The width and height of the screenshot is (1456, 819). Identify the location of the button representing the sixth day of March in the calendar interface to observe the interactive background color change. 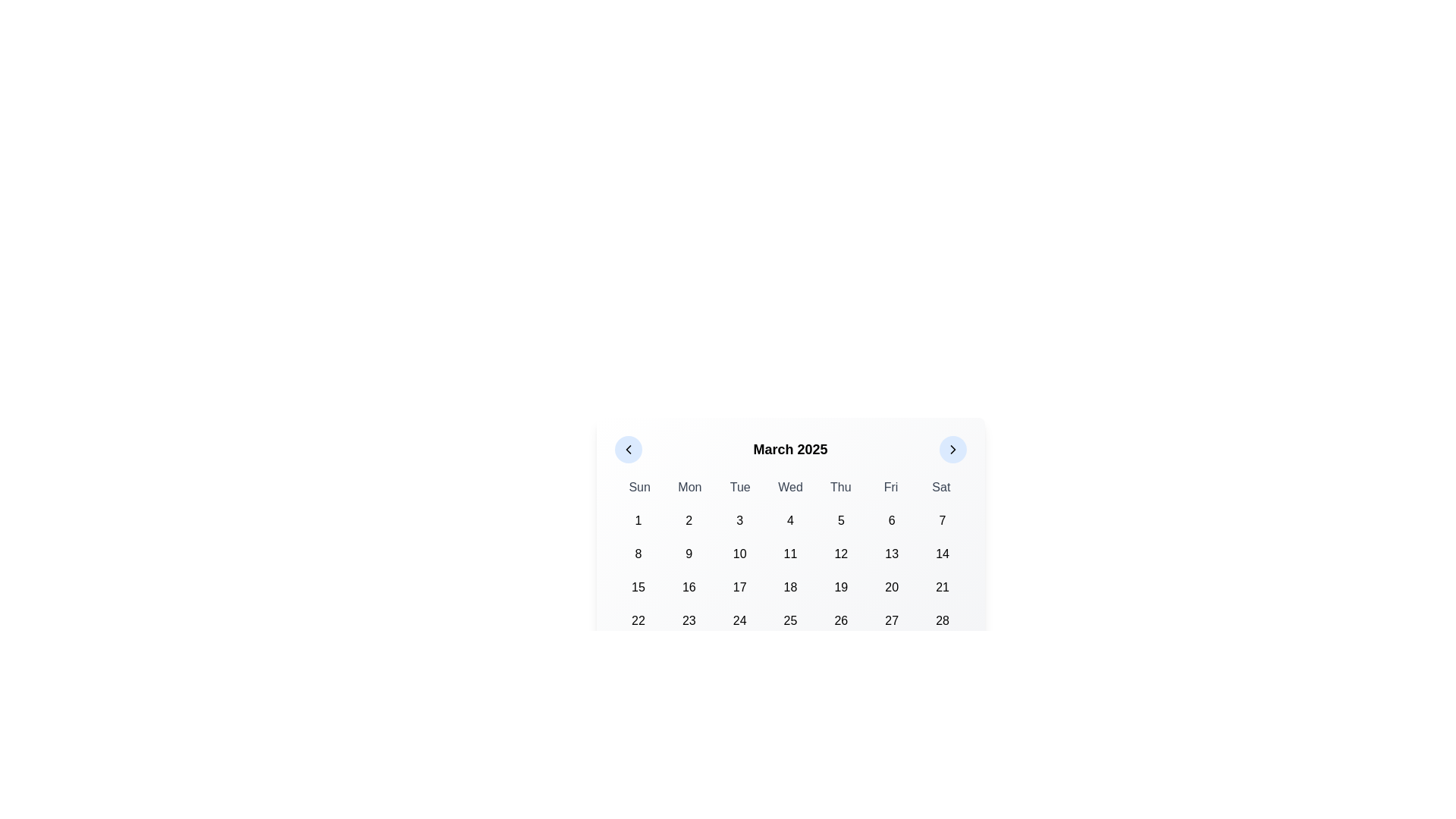
(892, 519).